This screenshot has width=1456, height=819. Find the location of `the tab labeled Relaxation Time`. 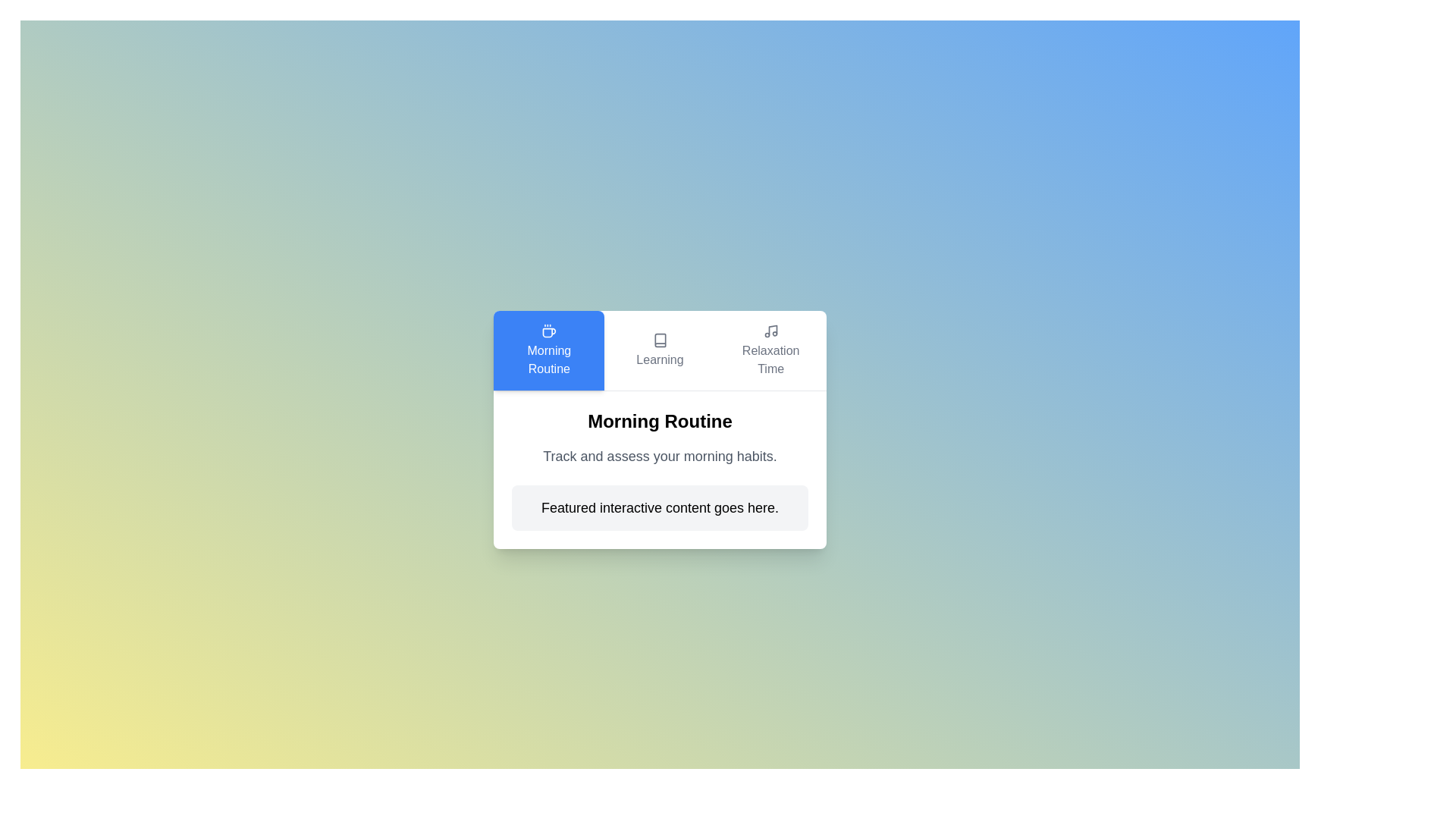

the tab labeled Relaxation Time is located at coordinates (770, 350).